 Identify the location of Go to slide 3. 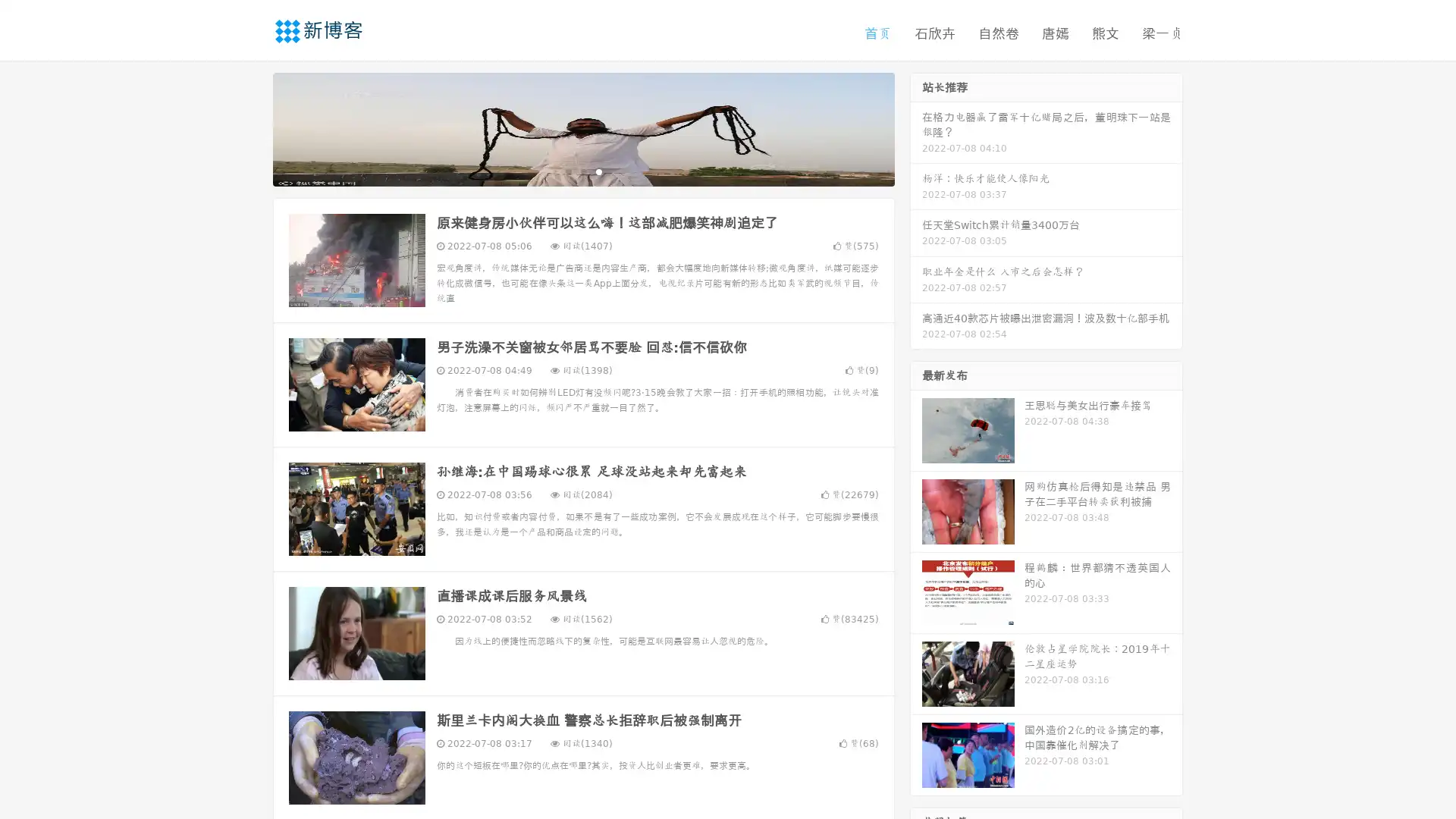
(598, 171).